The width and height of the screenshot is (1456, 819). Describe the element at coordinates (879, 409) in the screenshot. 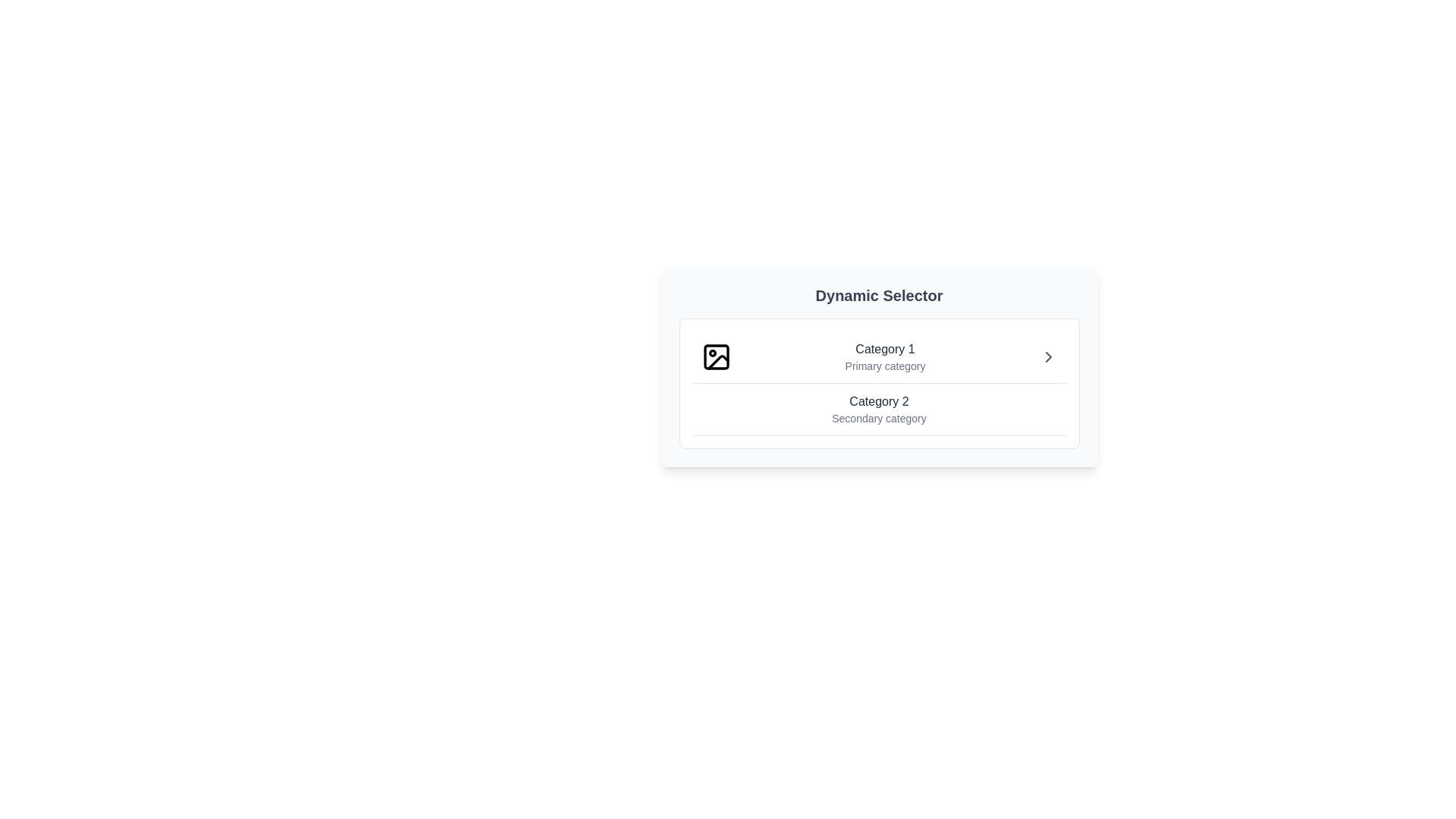

I see `the navigation text labeled 'Category 2'` at that location.